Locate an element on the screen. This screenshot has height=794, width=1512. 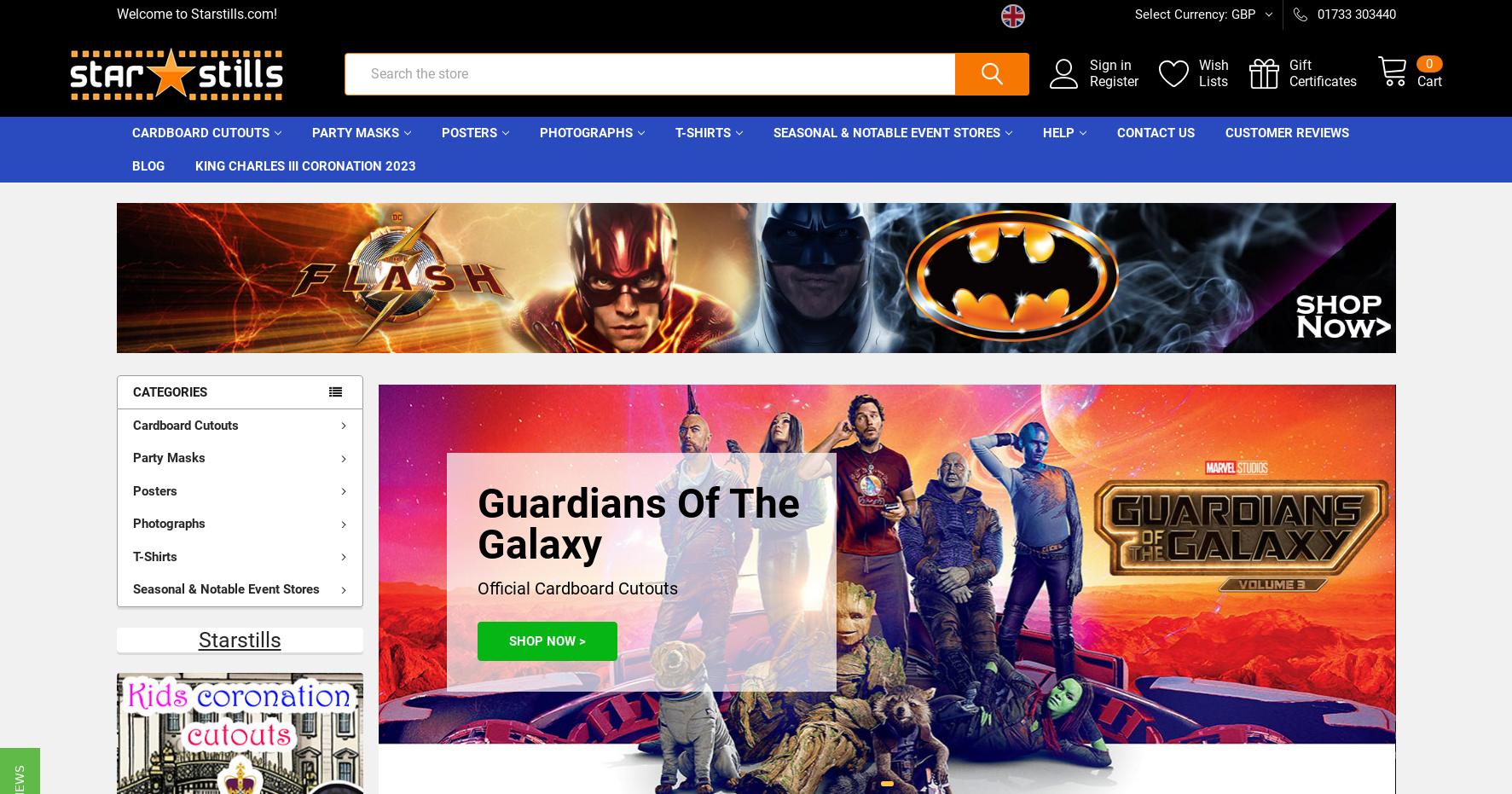
'Wish' is located at coordinates (1167, 74).